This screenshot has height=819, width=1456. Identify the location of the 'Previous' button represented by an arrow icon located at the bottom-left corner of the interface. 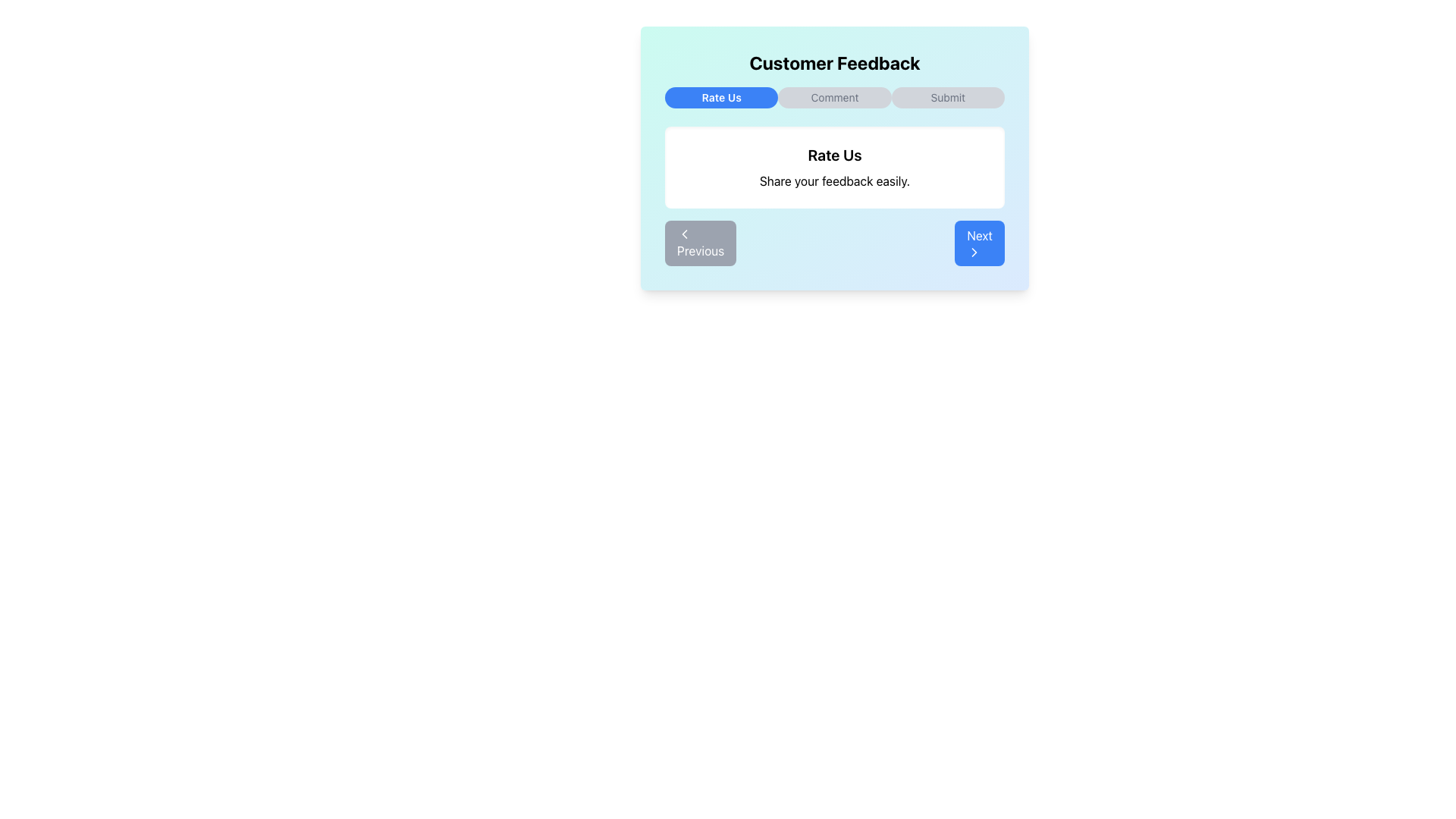
(683, 234).